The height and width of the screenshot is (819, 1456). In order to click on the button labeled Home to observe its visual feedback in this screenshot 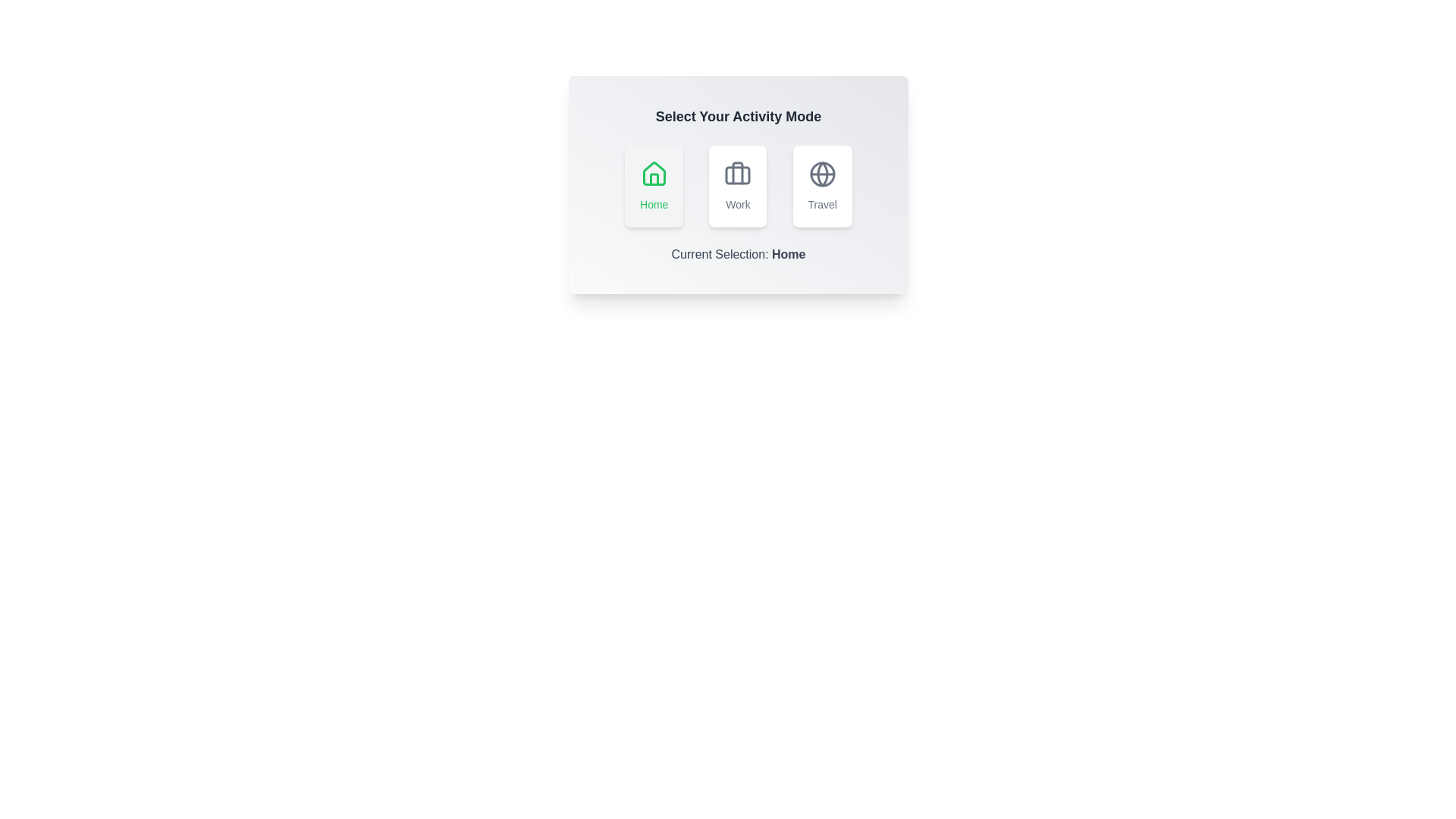, I will do `click(654, 186)`.